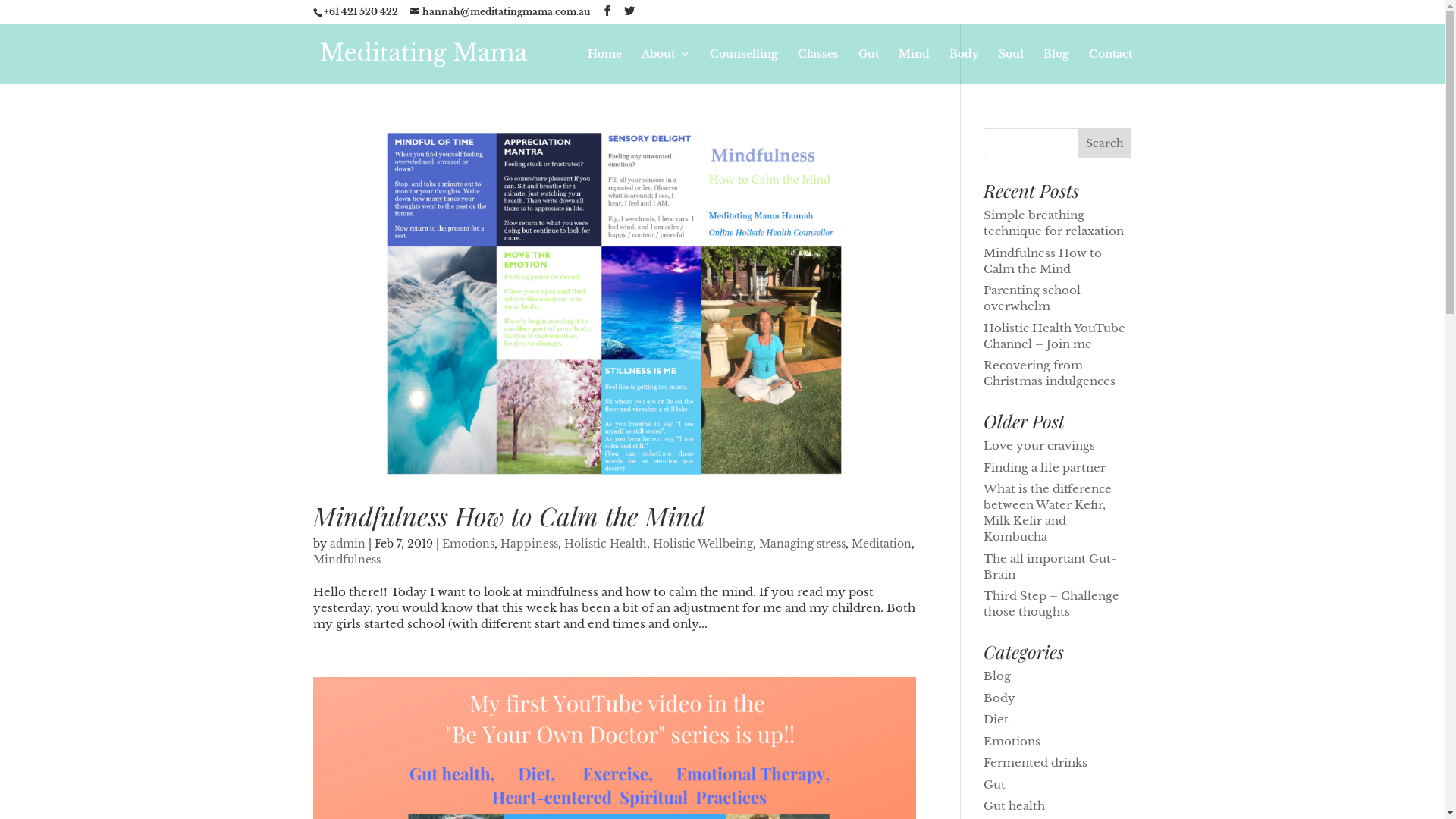  Describe the element at coordinates (996, 718) in the screenshot. I see `'Diet'` at that location.